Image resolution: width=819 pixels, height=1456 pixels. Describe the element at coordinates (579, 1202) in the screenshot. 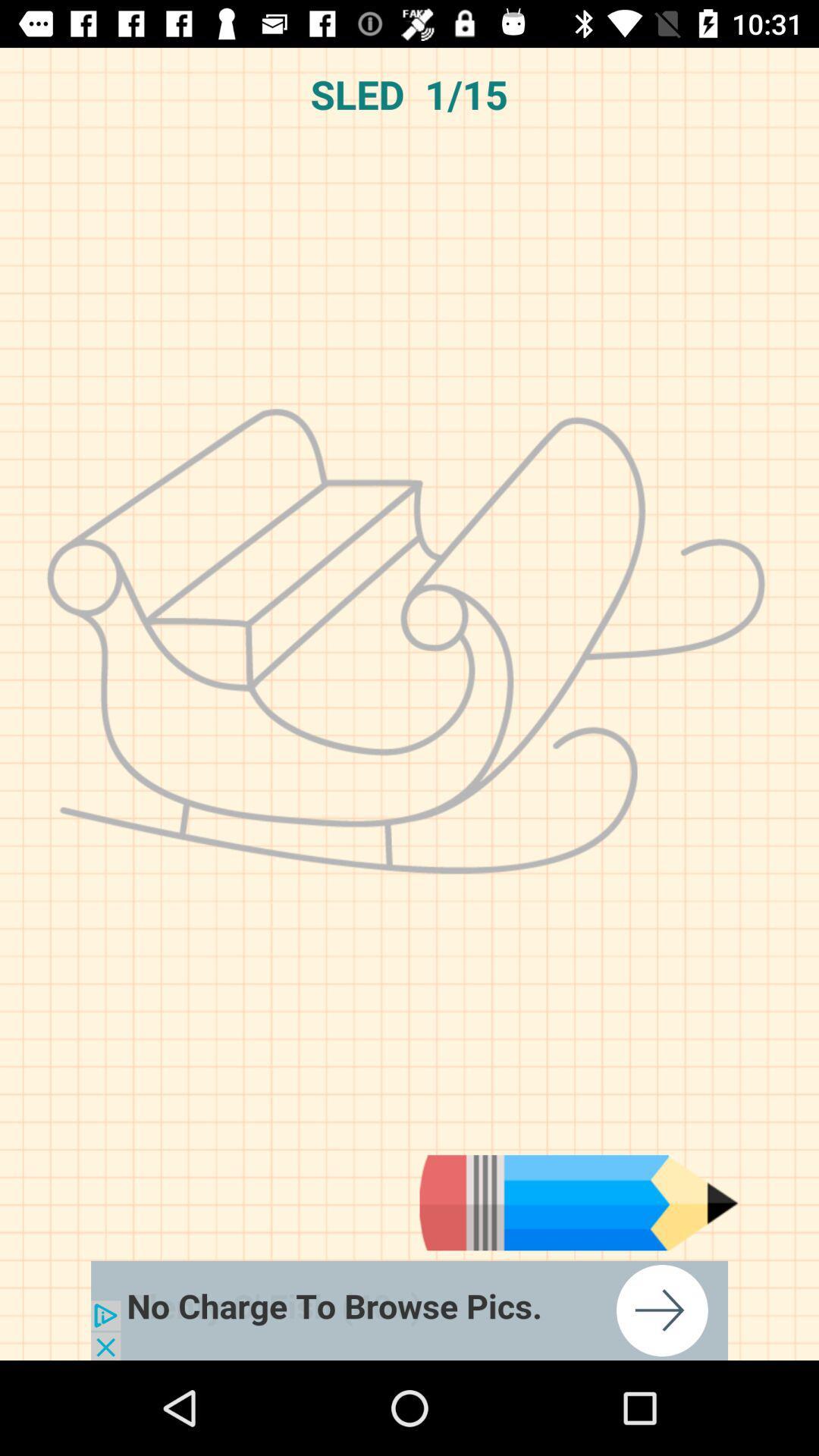

I see `use pencil to draw` at that location.